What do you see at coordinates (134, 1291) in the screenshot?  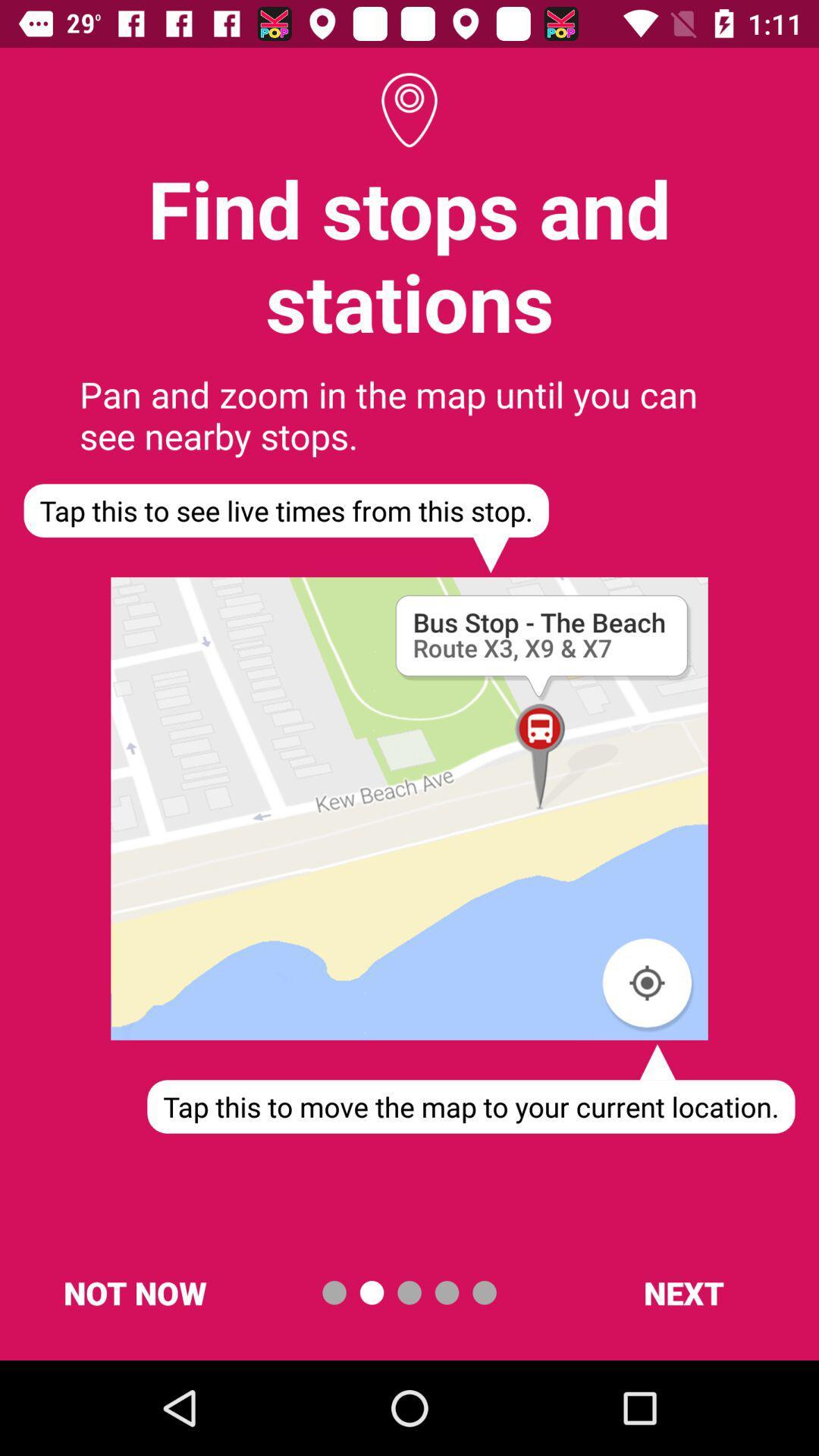 I see `item below the tap this to item` at bounding box center [134, 1291].